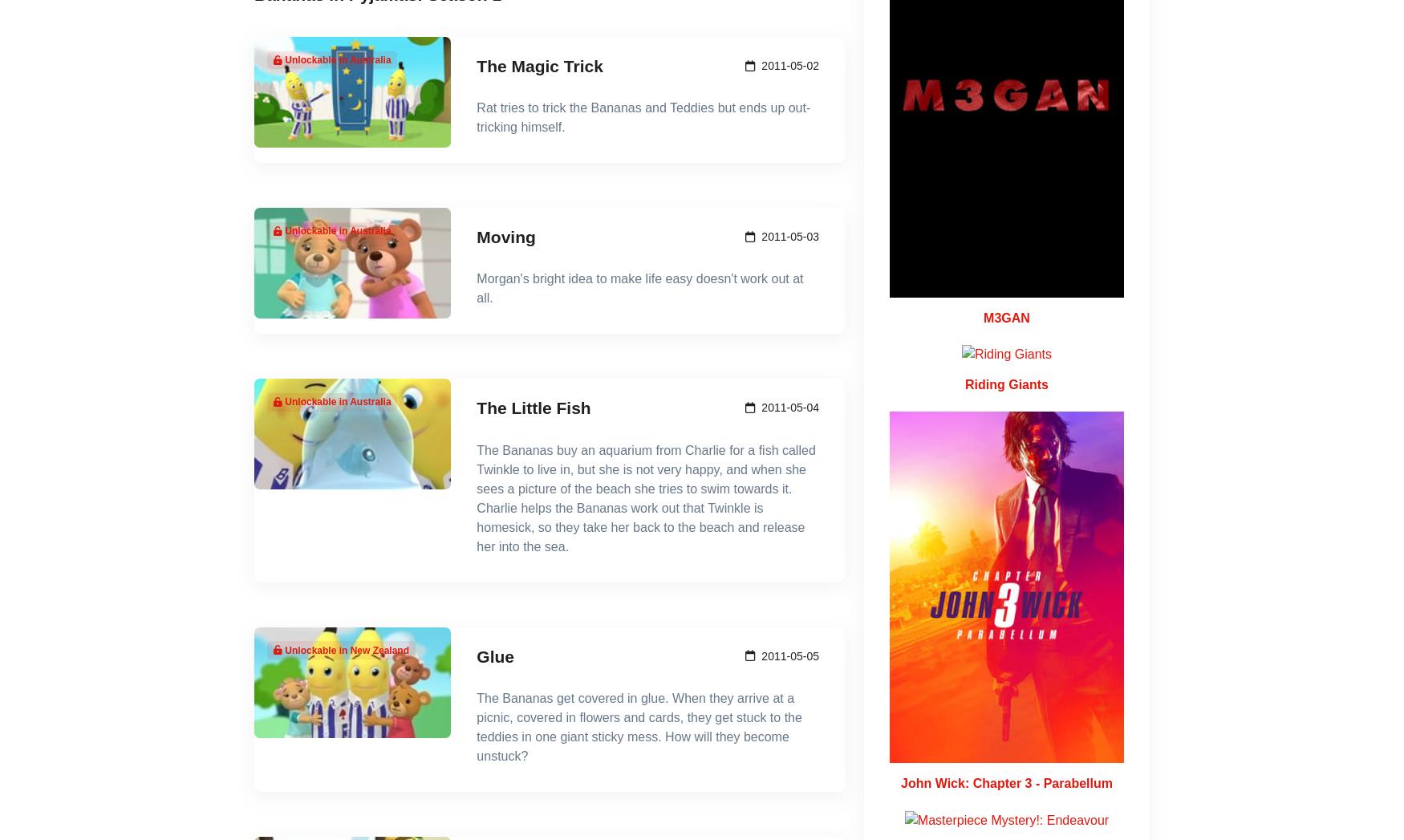 This screenshot has width=1404, height=840. I want to click on 'Watch Now', so click(593, 452).